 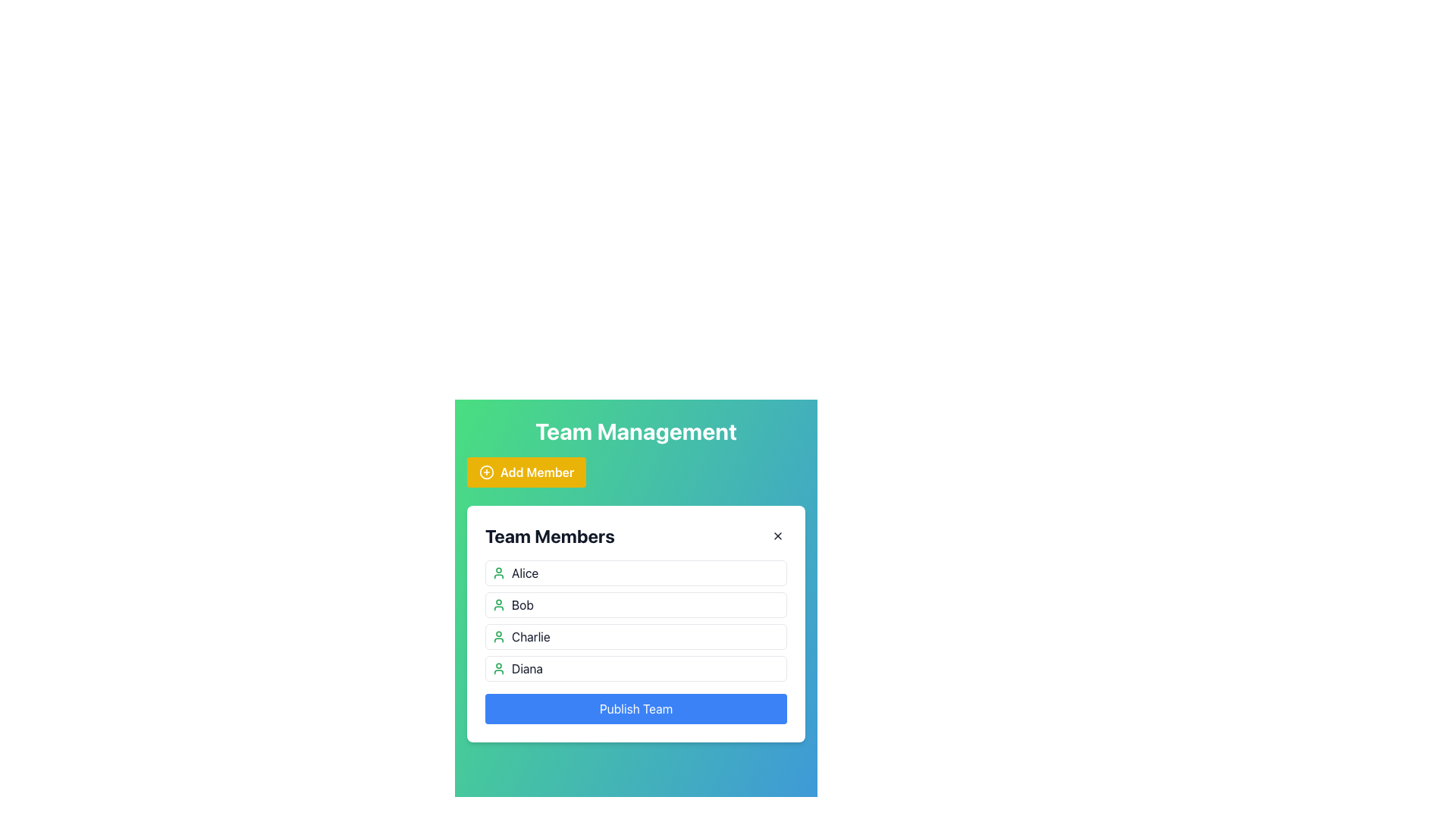 What do you see at coordinates (549, 535) in the screenshot?
I see `the 'Team Members' text label which is bold and large, located at the top-left corner of its containing card interface` at bounding box center [549, 535].